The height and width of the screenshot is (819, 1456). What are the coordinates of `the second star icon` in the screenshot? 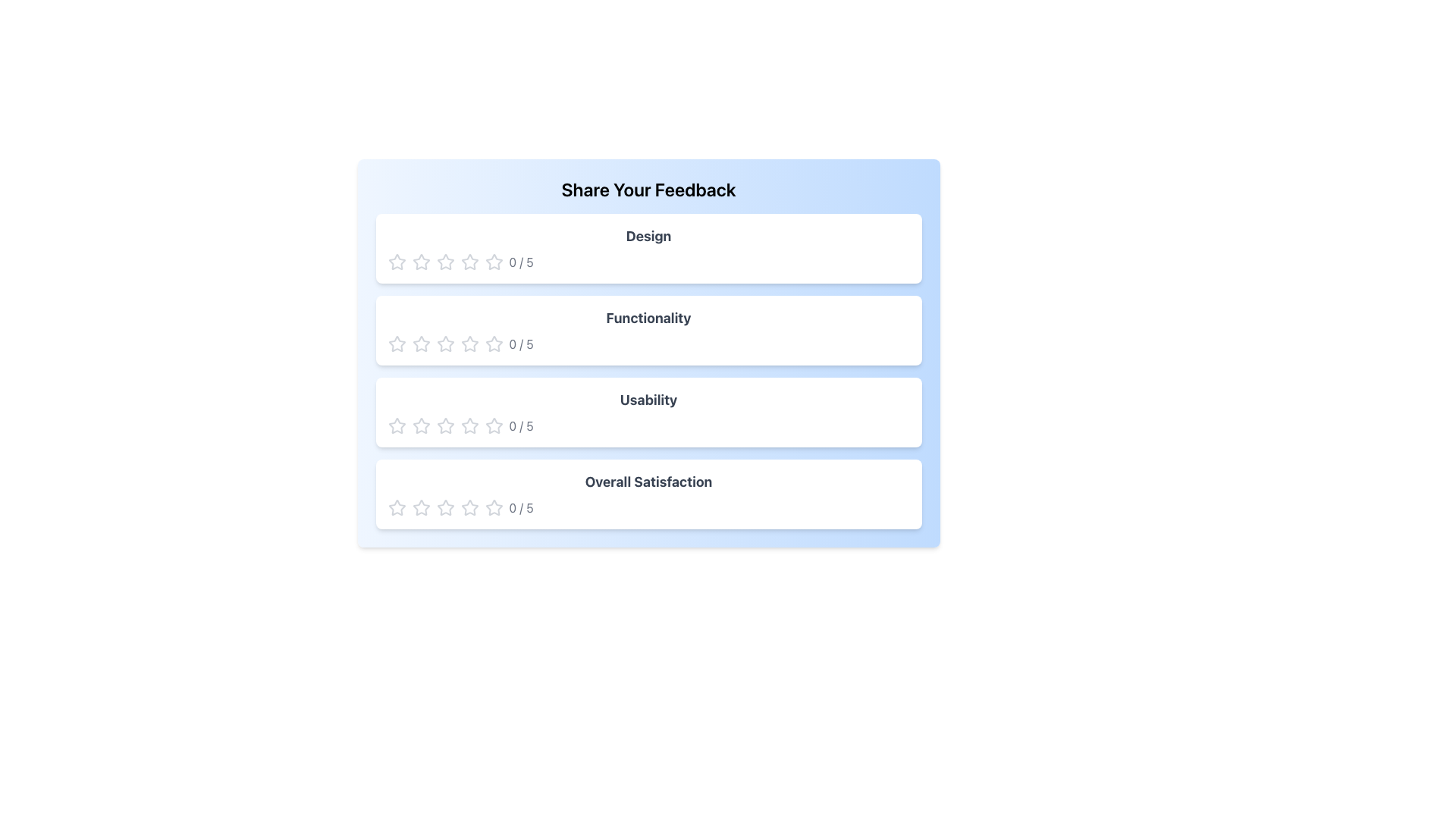 It's located at (421, 426).